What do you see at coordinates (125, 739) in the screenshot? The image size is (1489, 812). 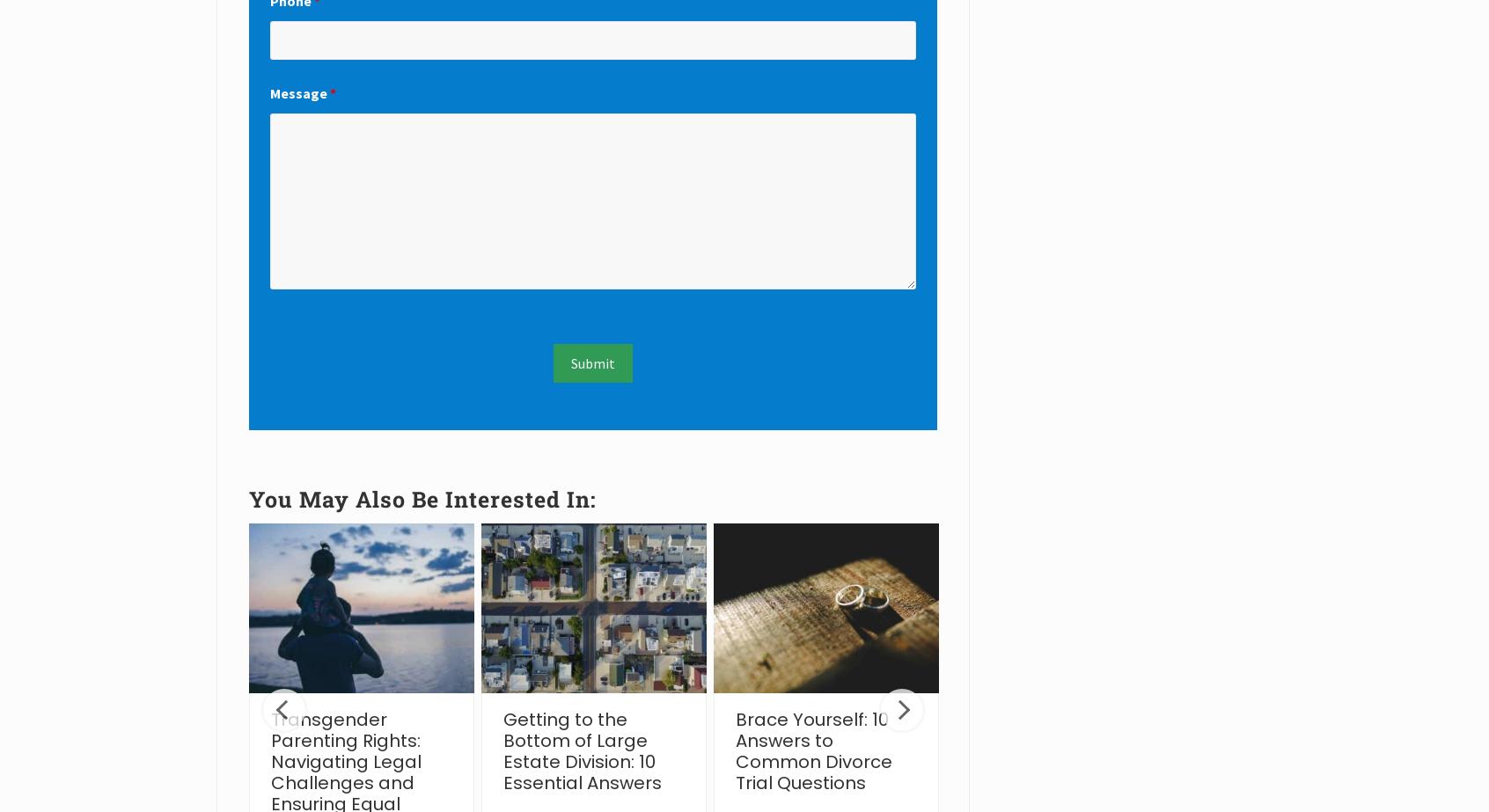 I see `'10 Child Visitation or “Parenting Time” Q&As'` at bounding box center [125, 739].